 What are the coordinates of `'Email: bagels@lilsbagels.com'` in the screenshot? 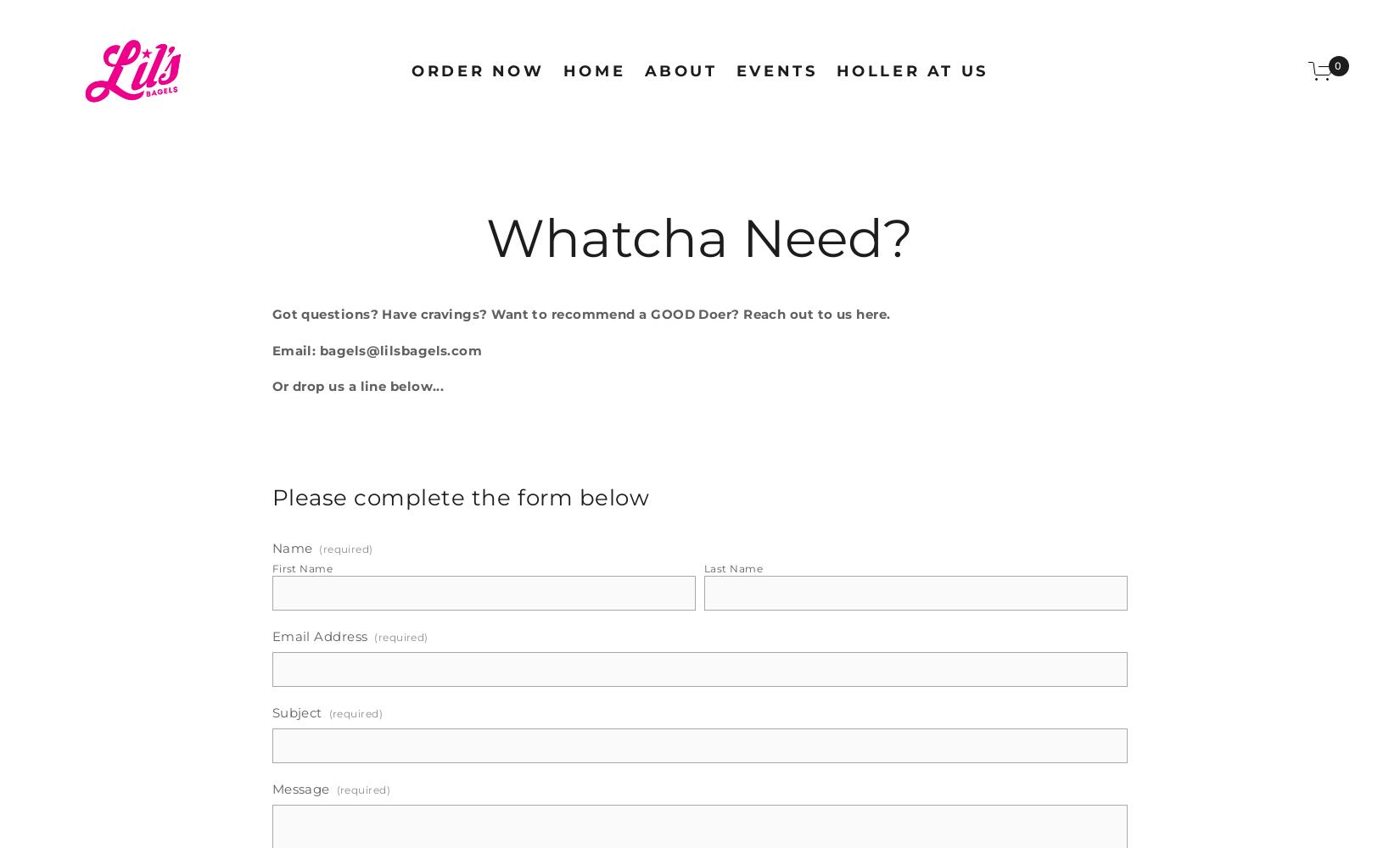 It's located at (376, 349).